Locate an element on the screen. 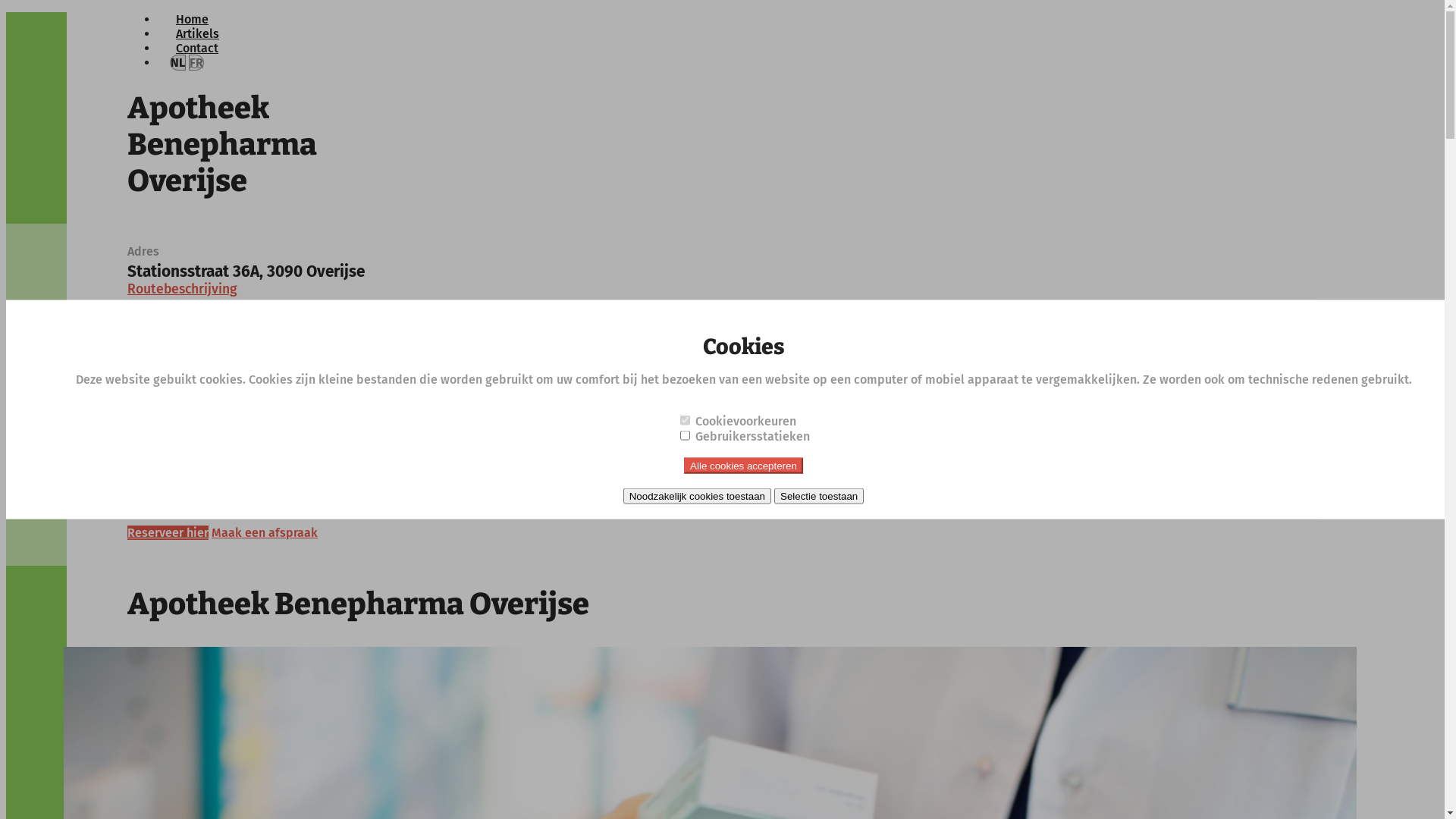 Image resolution: width=1456 pixels, height=819 pixels. 'Contact' is located at coordinates (196, 47).